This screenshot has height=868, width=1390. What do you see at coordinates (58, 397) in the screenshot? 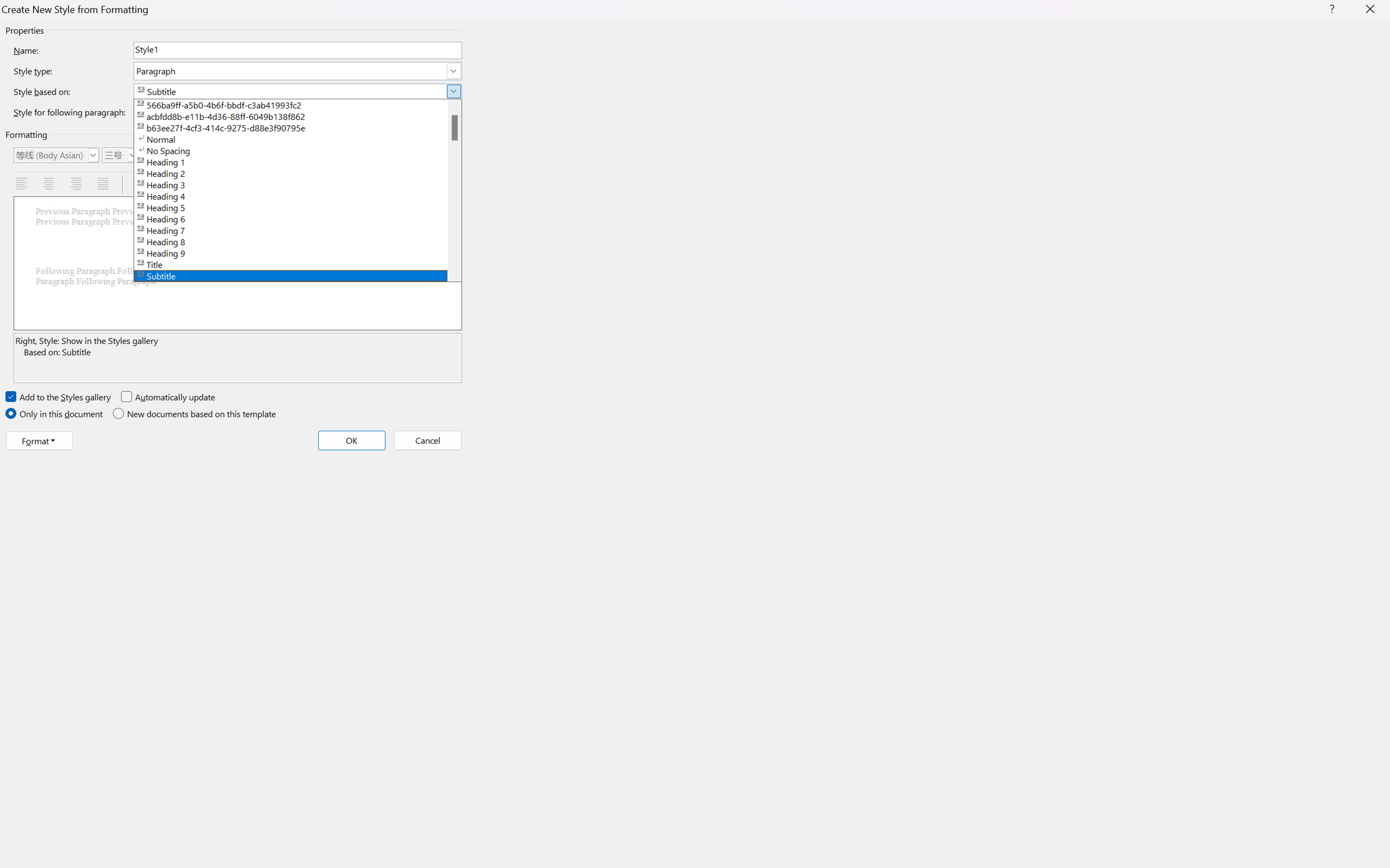
I see `'Add to the Styles gallery'` at bounding box center [58, 397].